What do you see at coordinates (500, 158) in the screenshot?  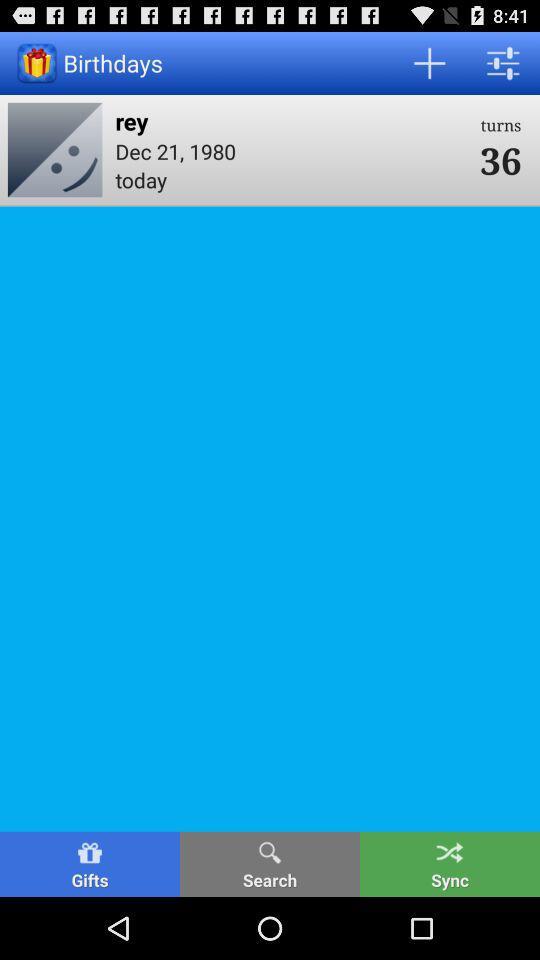 I see `the 36 item` at bounding box center [500, 158].